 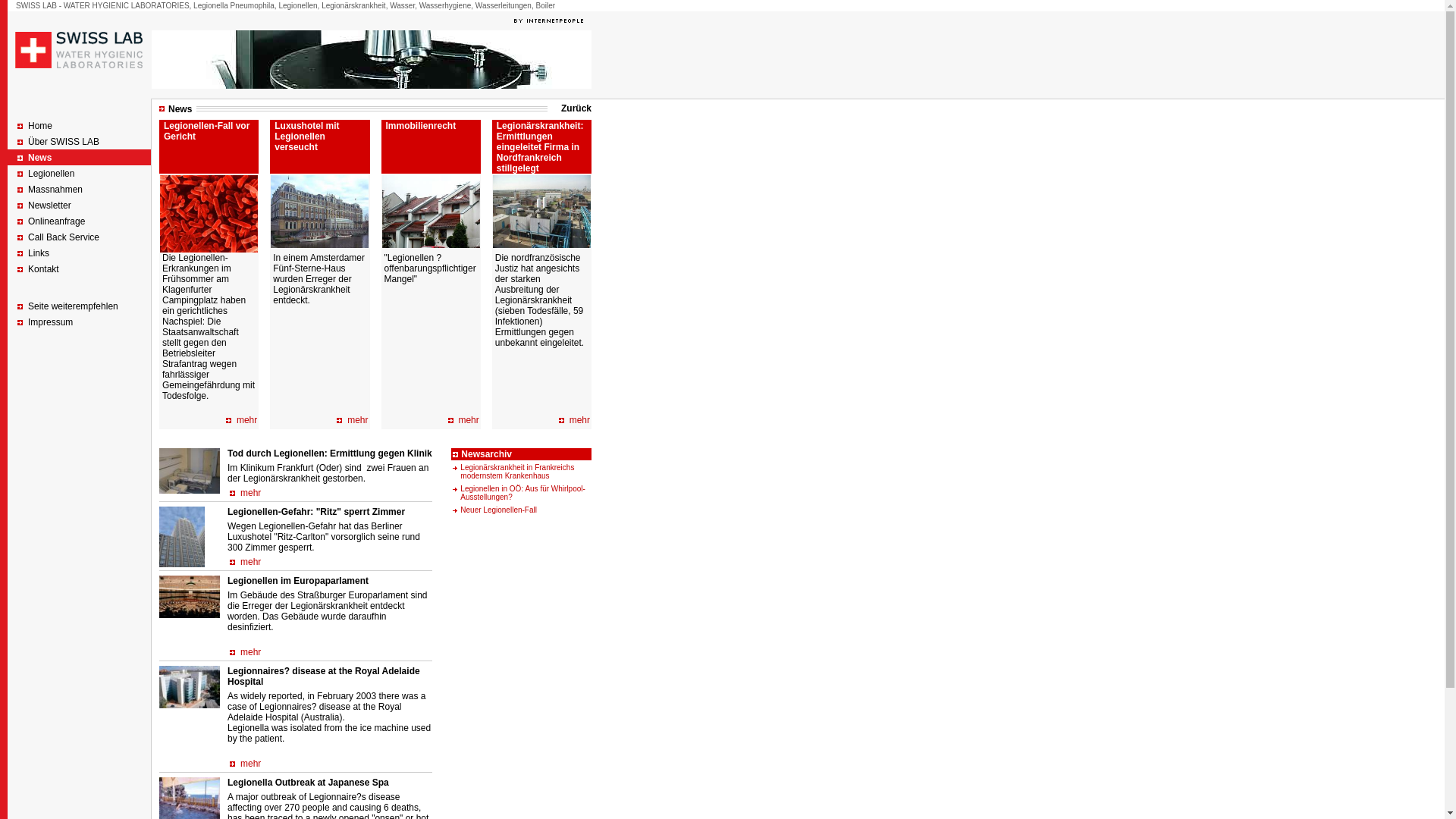 What do you see at coordinates (346, 420) in the screenshot?
I see `'mehr'` at bounding box center [346, 420].